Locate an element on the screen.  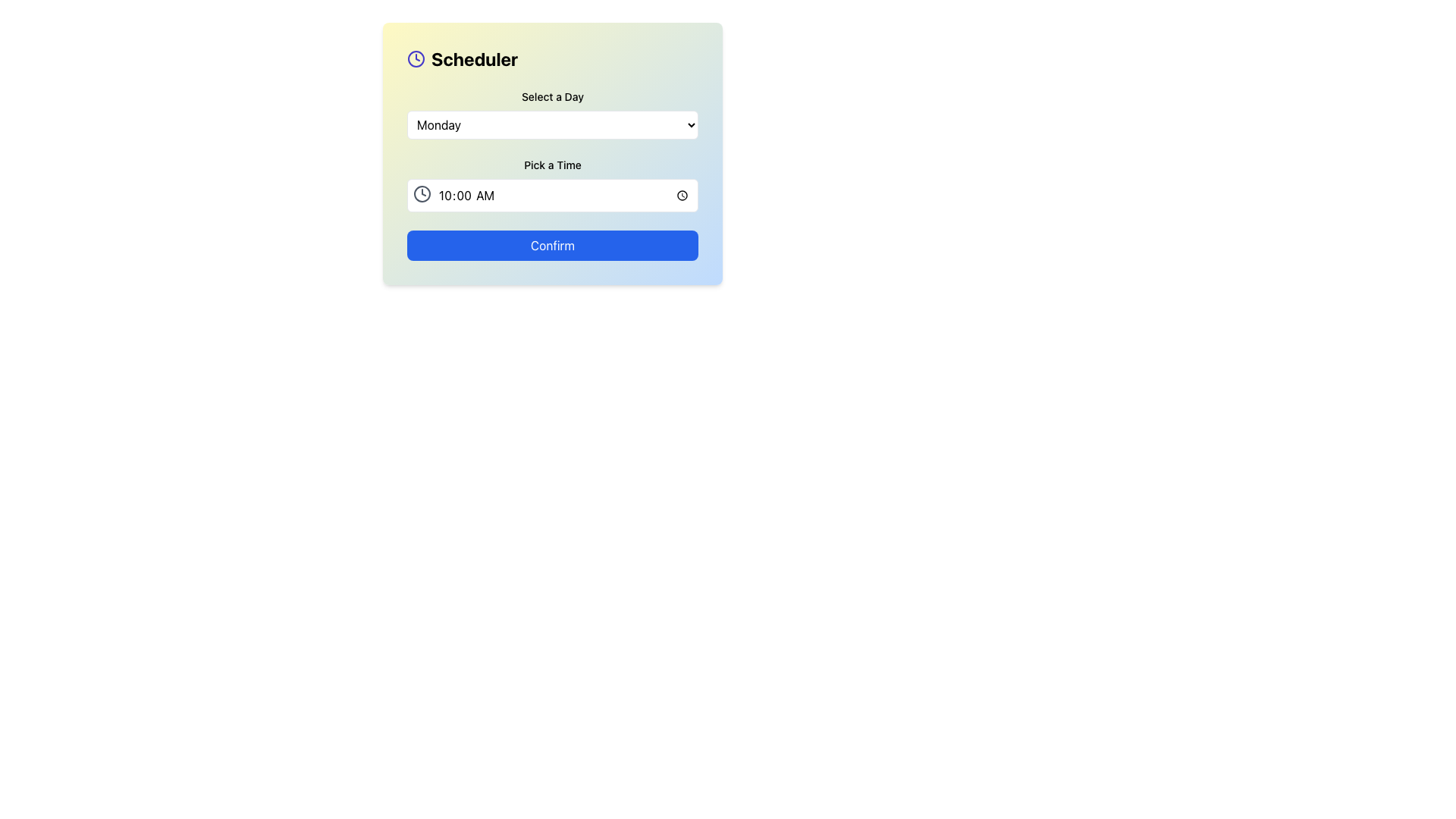
the text label that reads 'Select a Day', positioned above the dropdown menu for selecting days of the week is located at coordinates (552, 96).